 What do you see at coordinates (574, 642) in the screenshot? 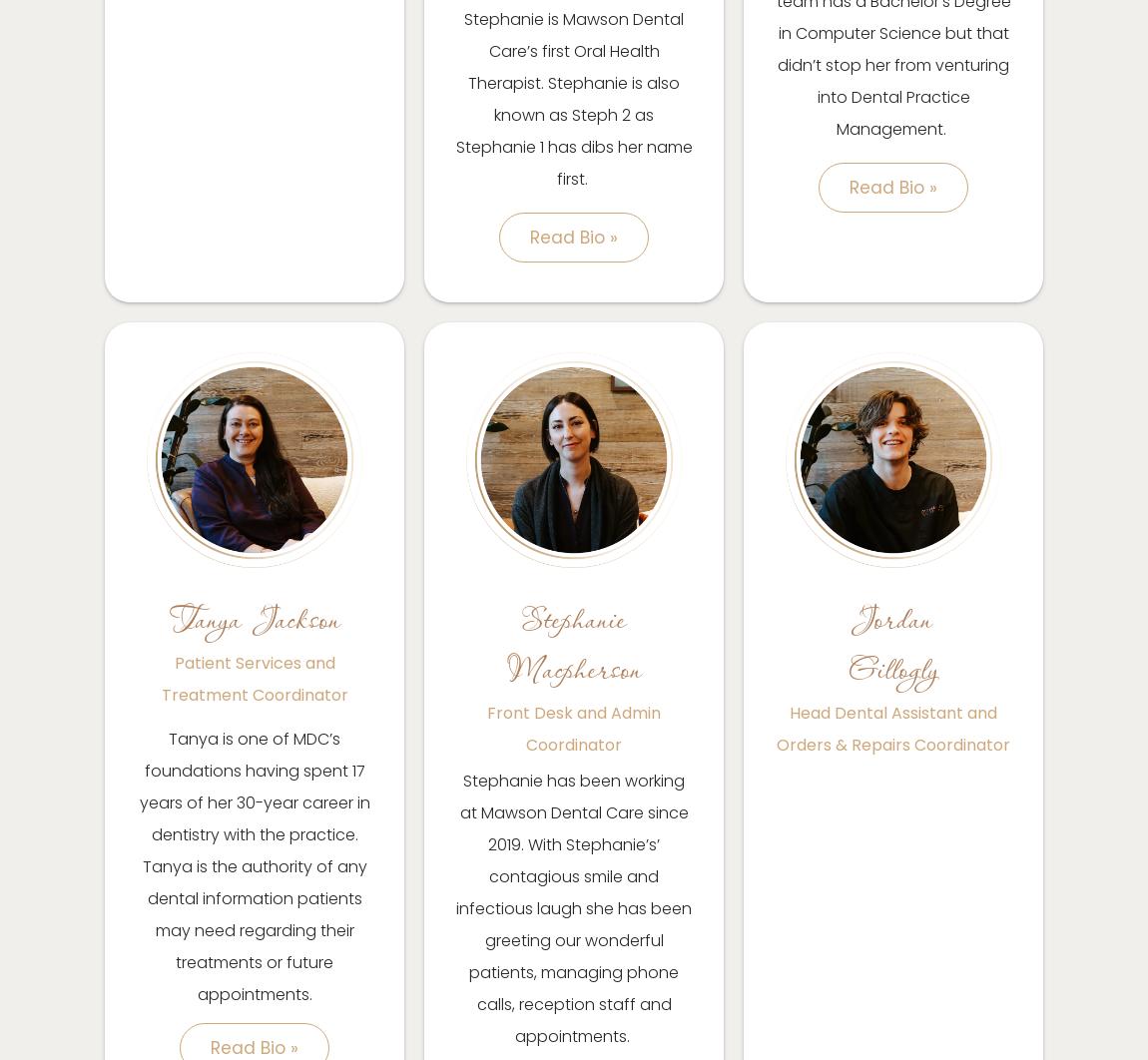
I see `'Stephanie Macpherson'` at bounding box center [574, 642].